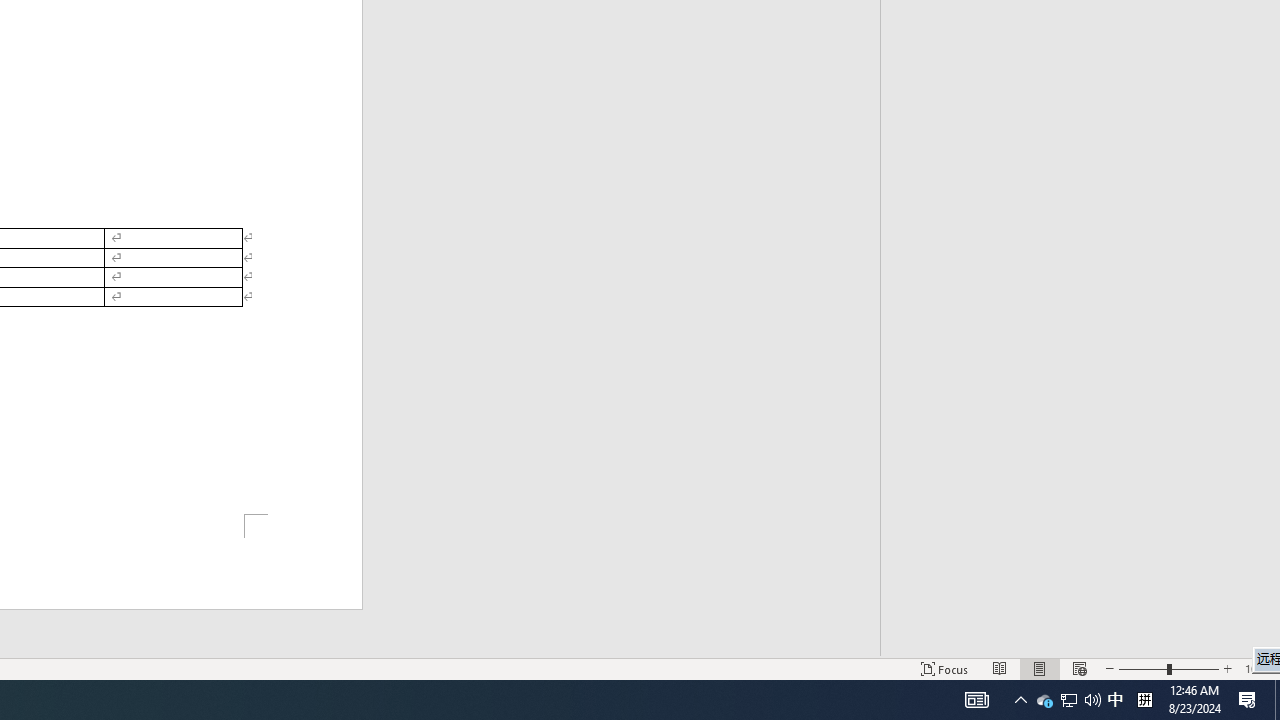 The image size is (1280, 720). I want to click on 'Print Layout', so click(1040, 669).